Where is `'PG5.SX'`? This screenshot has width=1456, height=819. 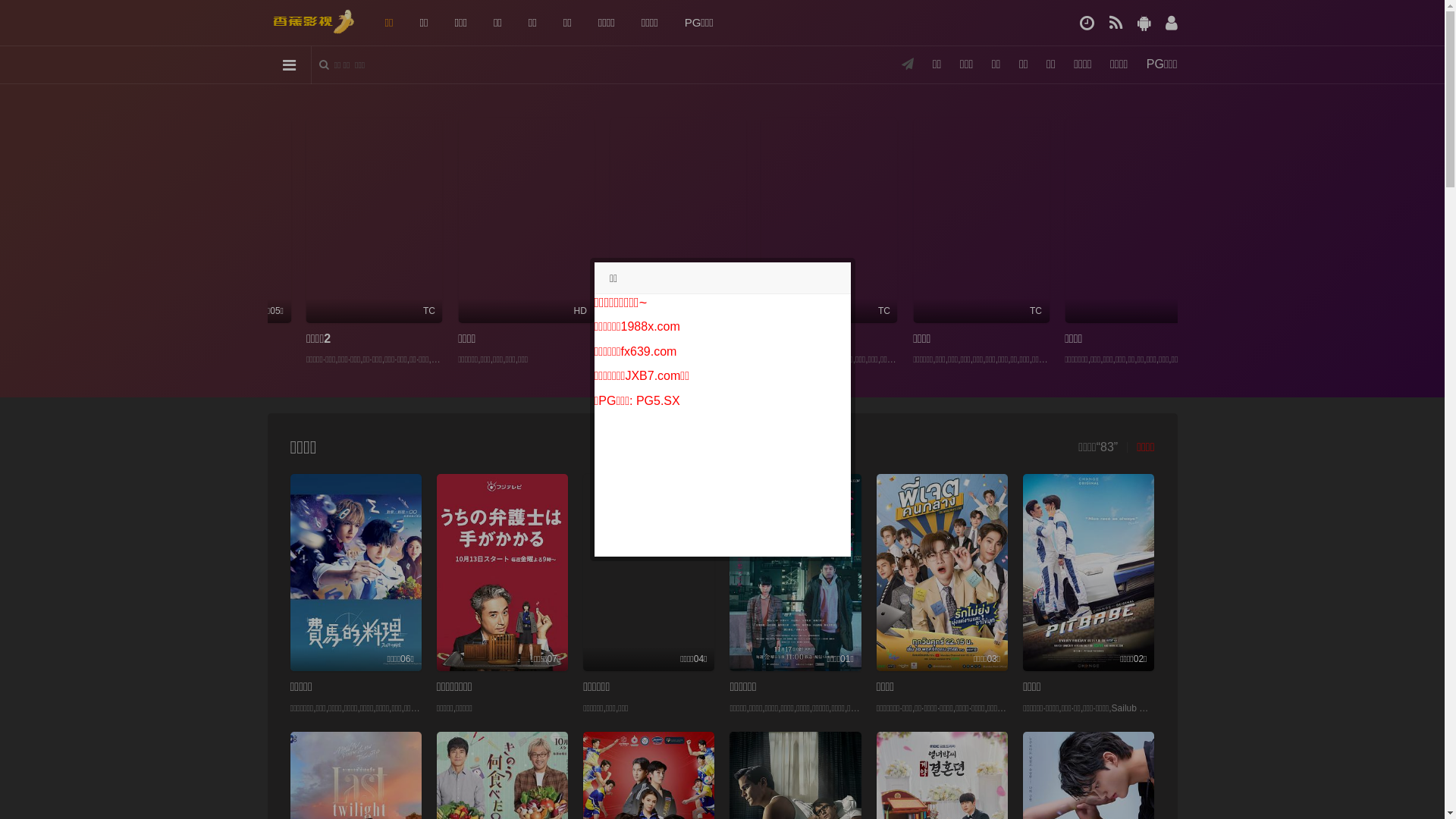 'PG5.SX' is located at coordinates (658, 400).